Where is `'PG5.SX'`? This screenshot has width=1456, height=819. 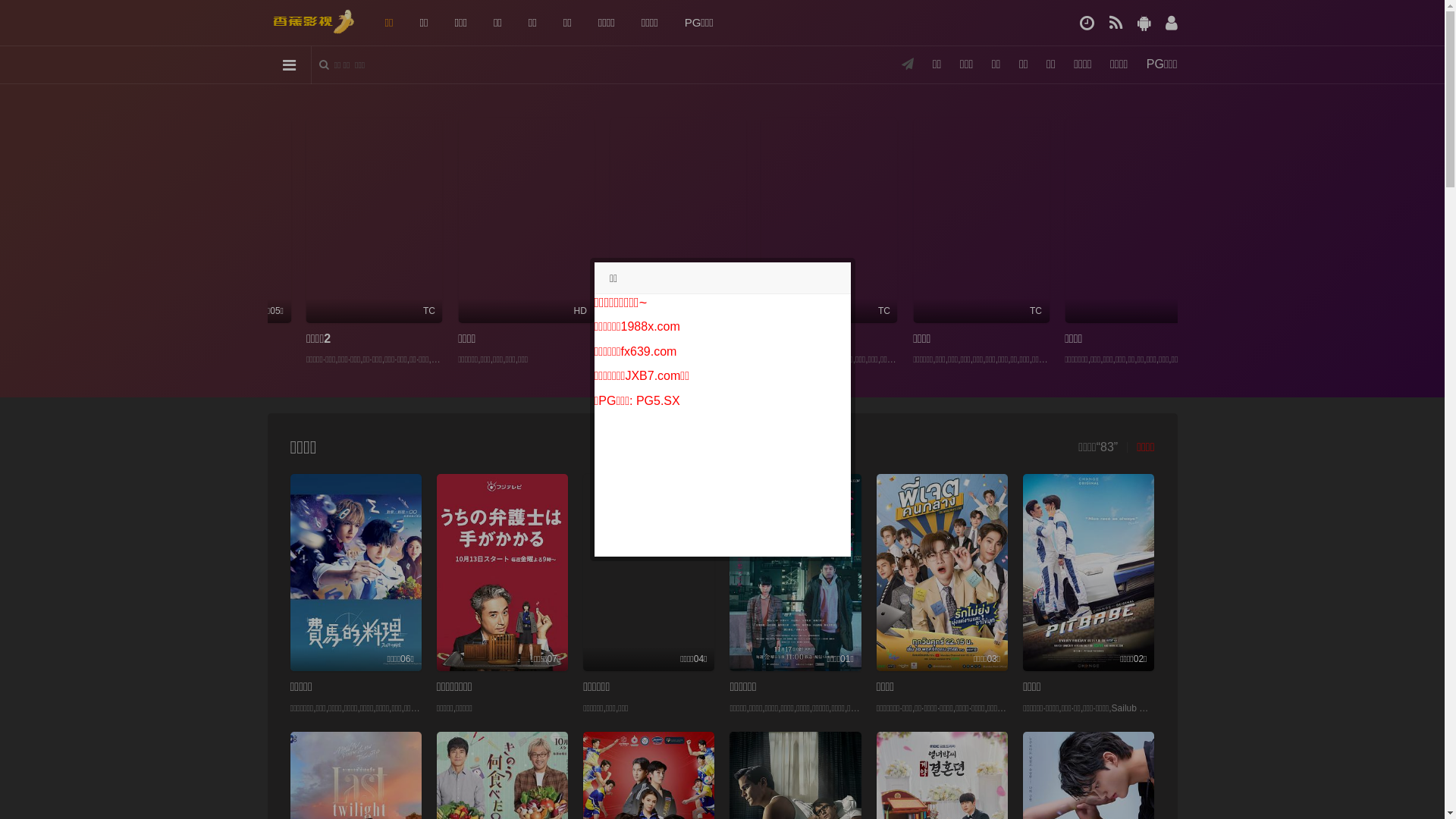 'PG5.SX' is located at coordinates (658, 400).